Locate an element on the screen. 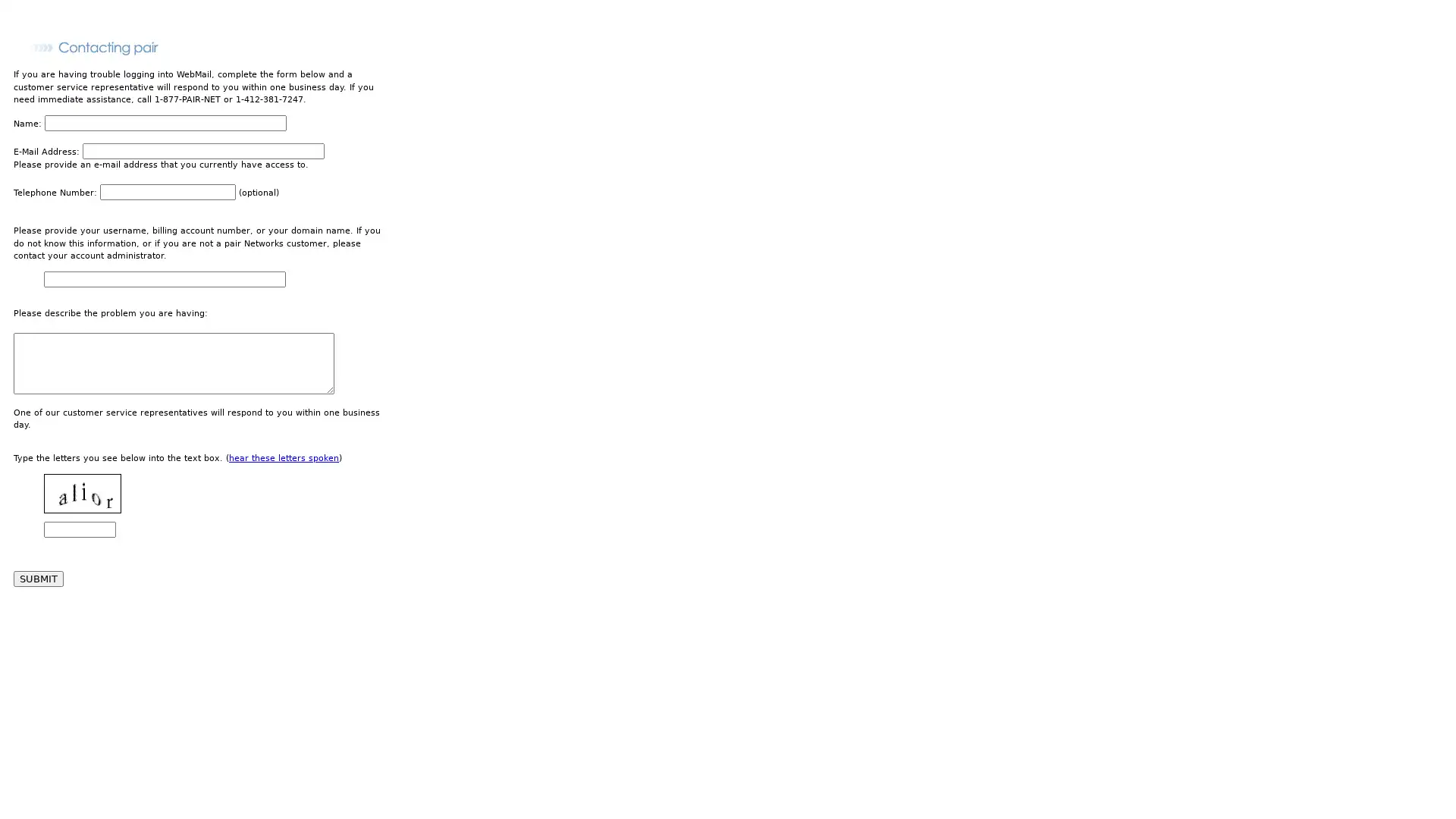  SUBMIT is located at coordinates (39, 578).